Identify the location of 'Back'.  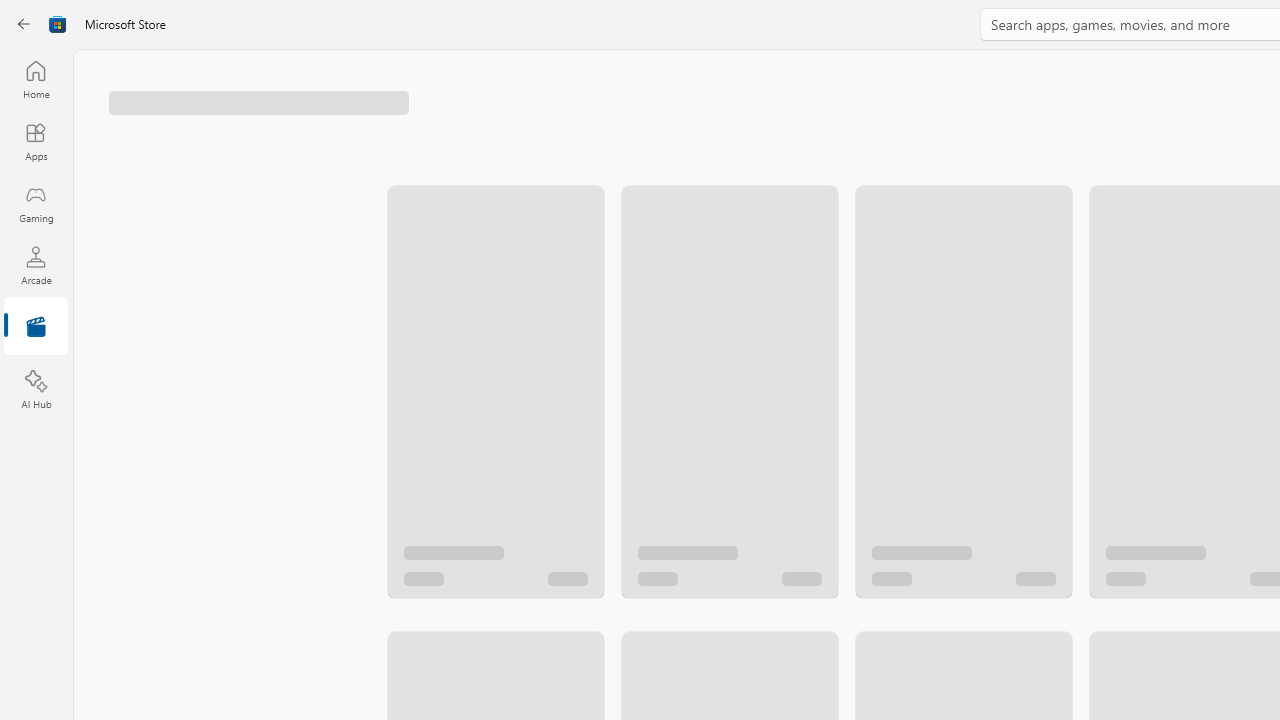
(24, 24).